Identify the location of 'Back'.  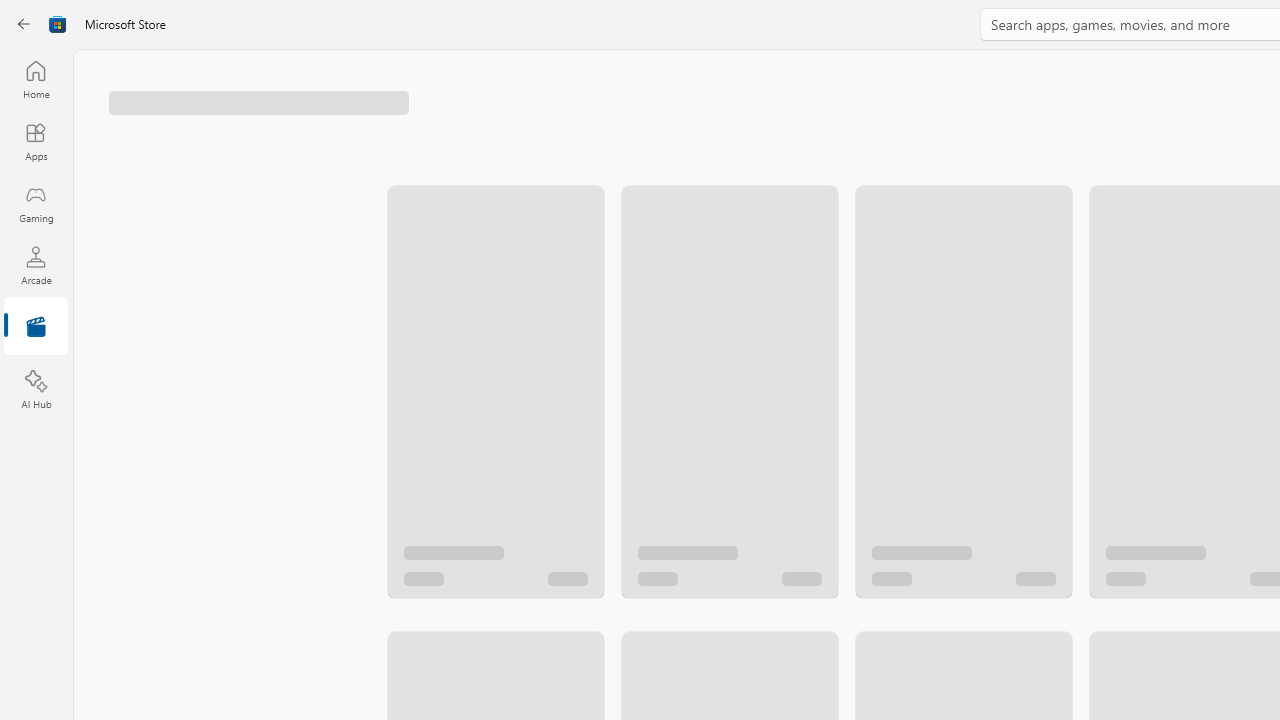
(24, 24).